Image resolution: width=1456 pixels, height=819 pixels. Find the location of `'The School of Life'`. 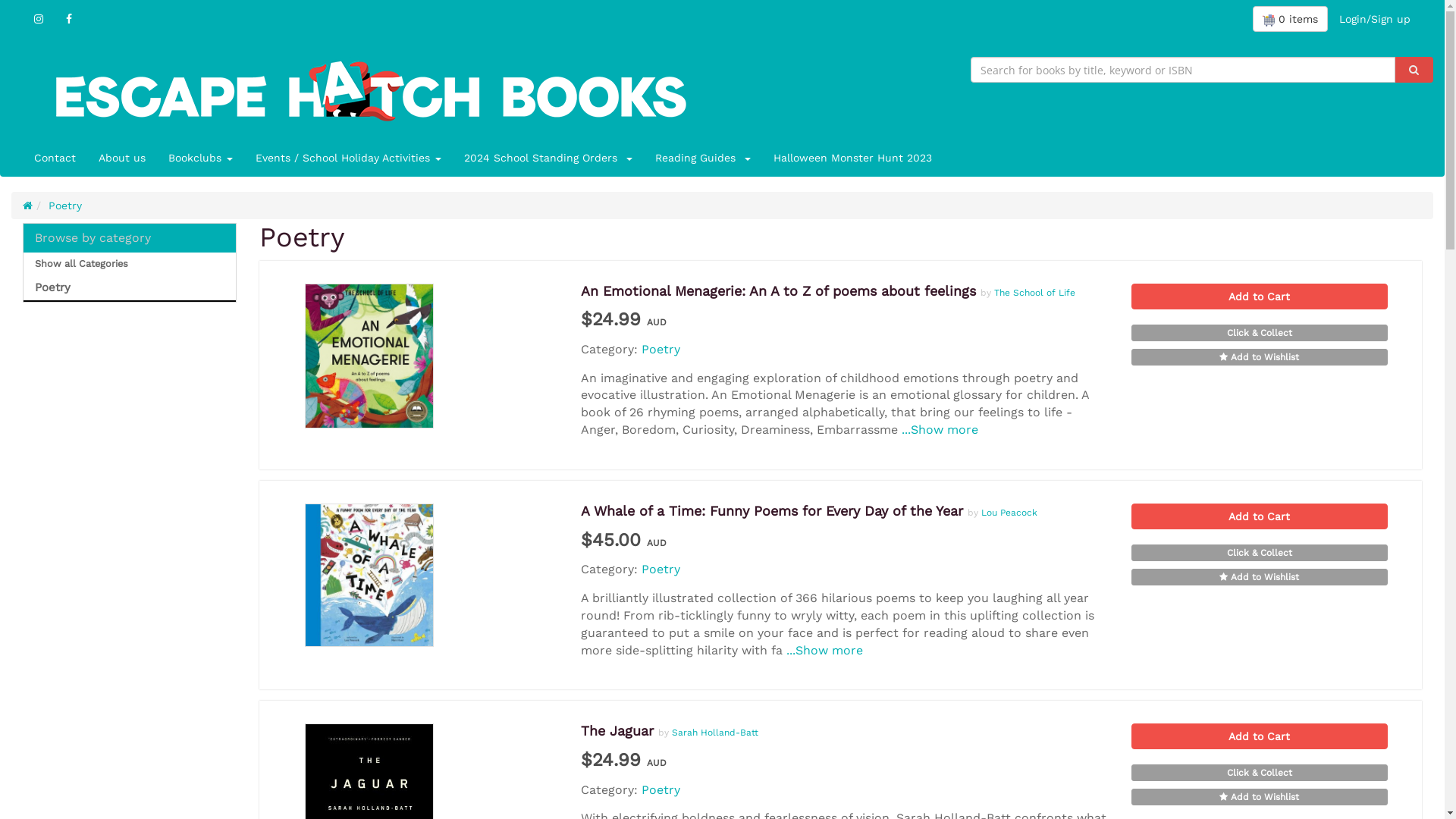

'The School of Life' is located at coordinates (993, 292).